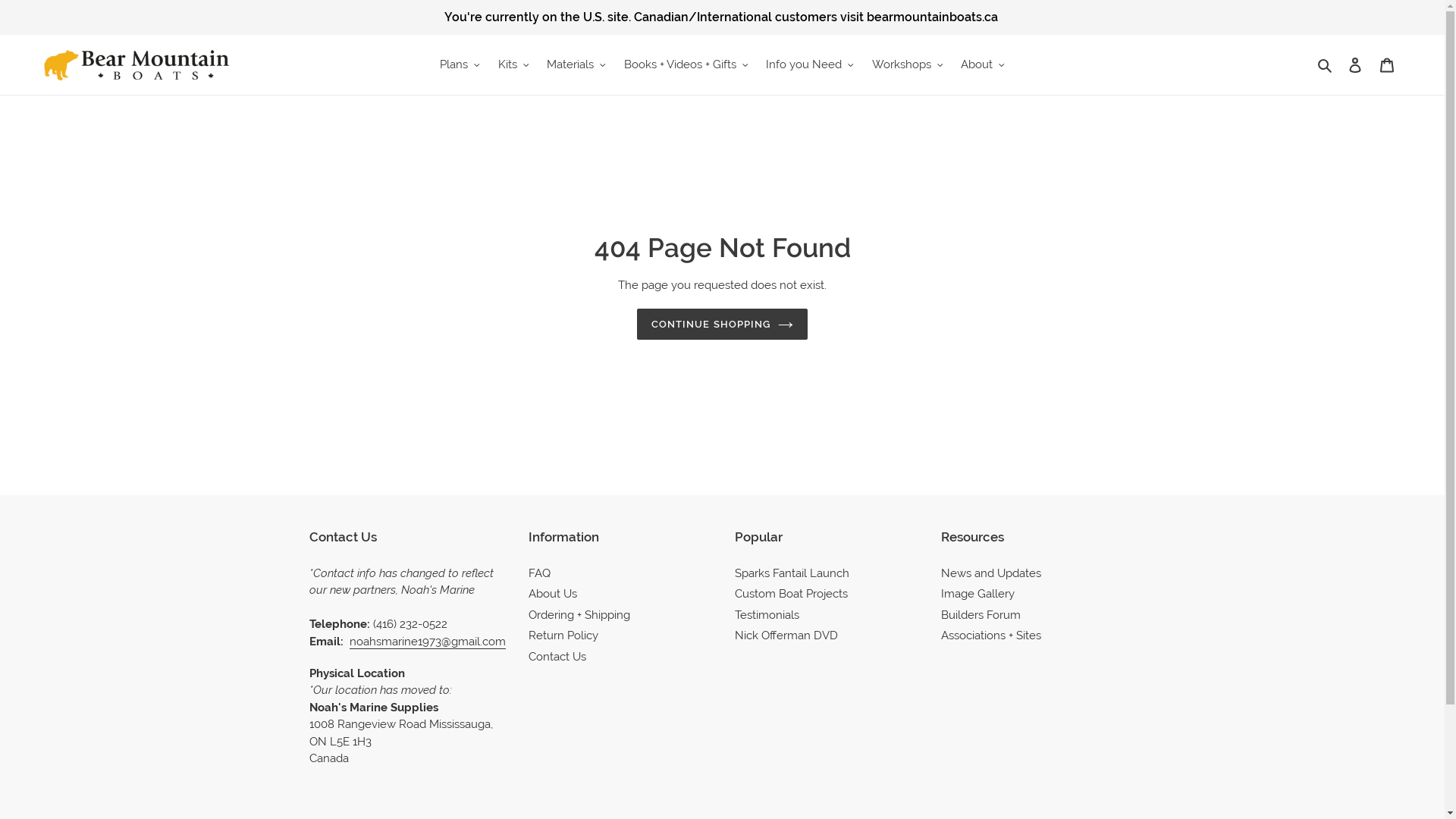 The width and height of the screenshot is (1456, 819). I want to click on 'Workshops', so click(864, 64).